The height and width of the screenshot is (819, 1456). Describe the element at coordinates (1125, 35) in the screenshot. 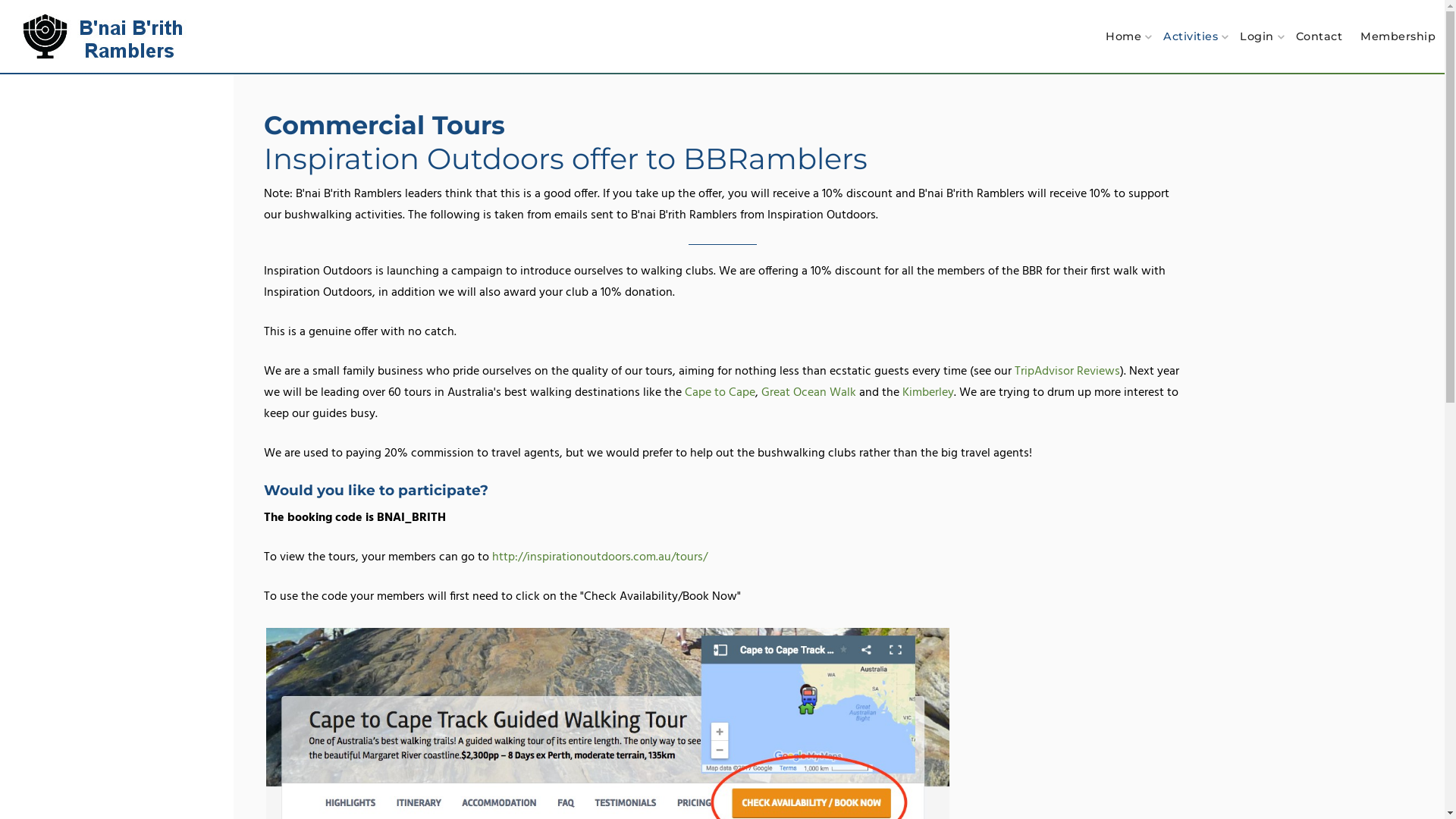

I see `'Home'` at that location.